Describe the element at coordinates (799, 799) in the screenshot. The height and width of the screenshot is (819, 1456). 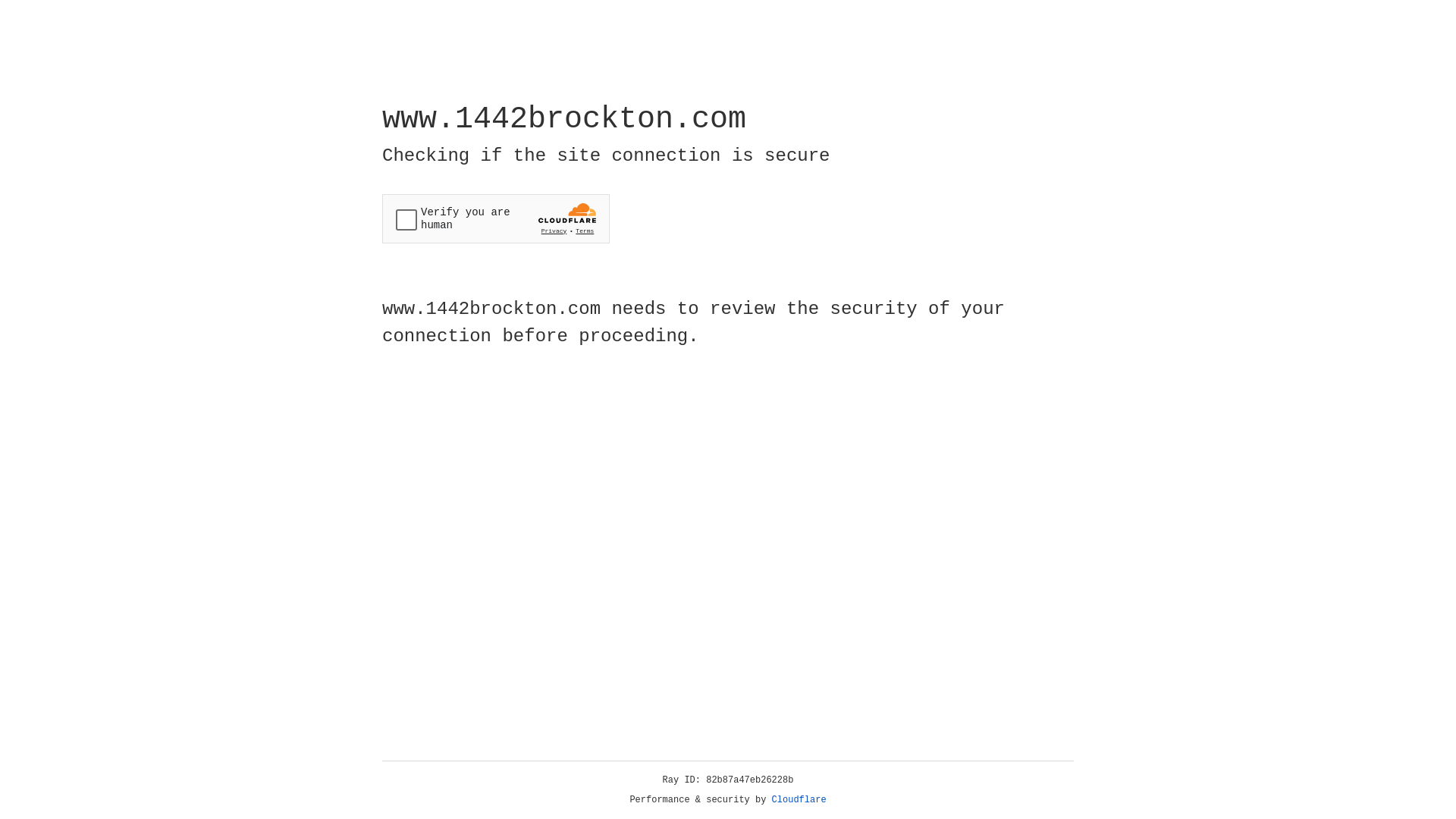
I see `'Cloudflare'` at that location.